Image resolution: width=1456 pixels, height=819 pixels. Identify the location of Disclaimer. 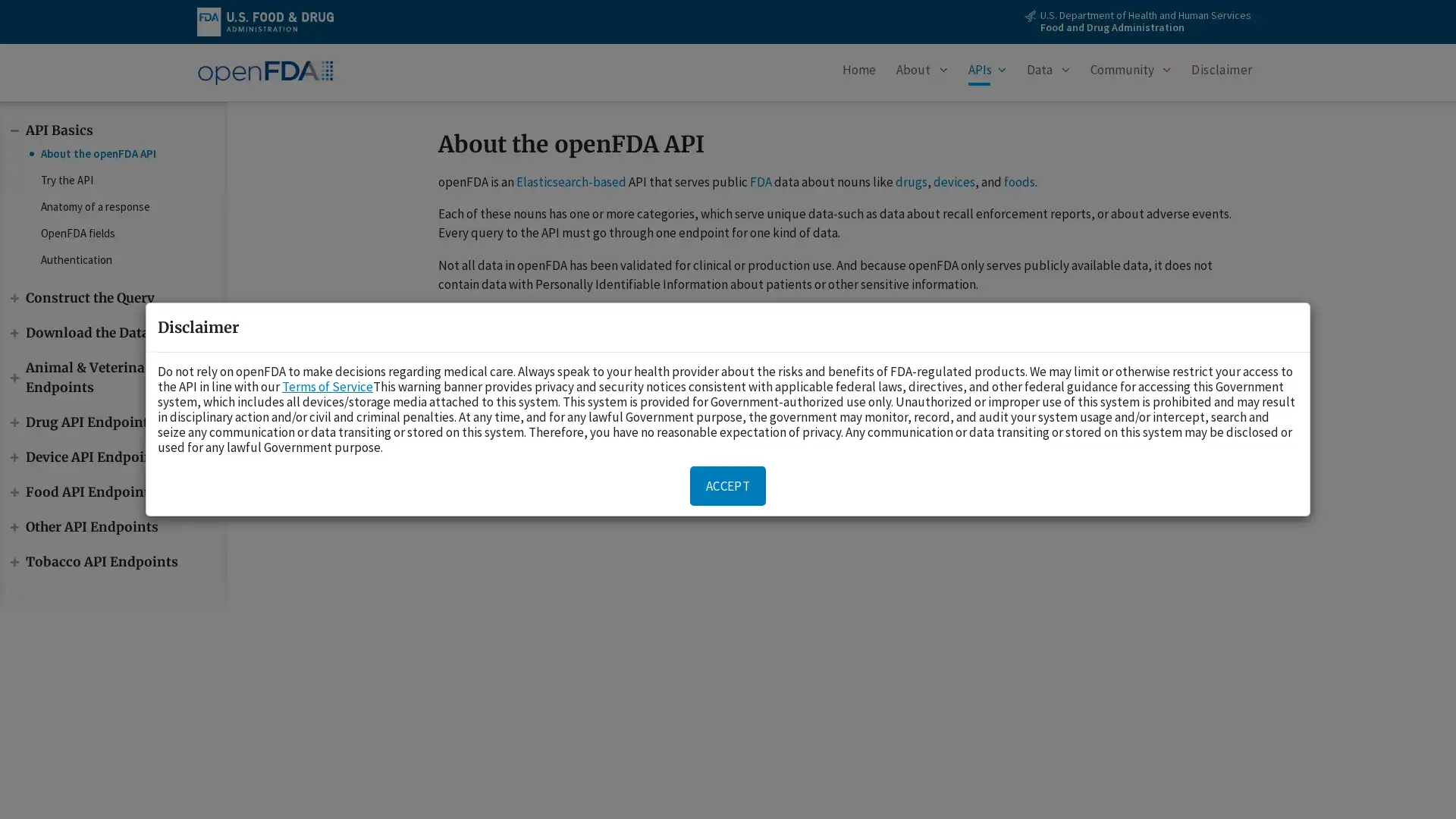
(1222, 73).